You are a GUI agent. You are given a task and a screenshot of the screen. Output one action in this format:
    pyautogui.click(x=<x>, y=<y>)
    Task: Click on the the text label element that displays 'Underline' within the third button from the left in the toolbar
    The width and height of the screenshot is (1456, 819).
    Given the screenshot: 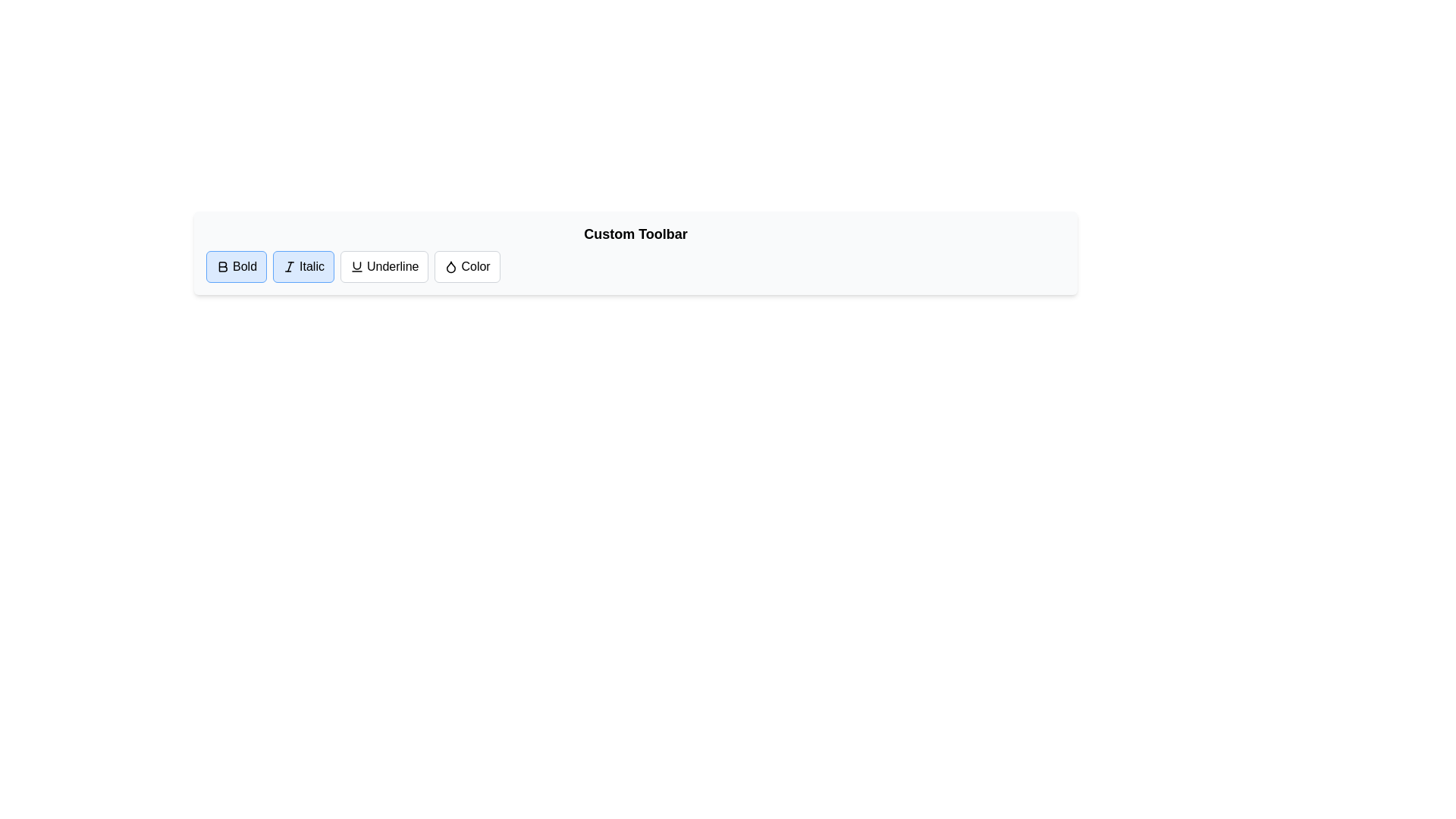 What is the action you would take?
    pyautogui.click(x=393, y=265)
    